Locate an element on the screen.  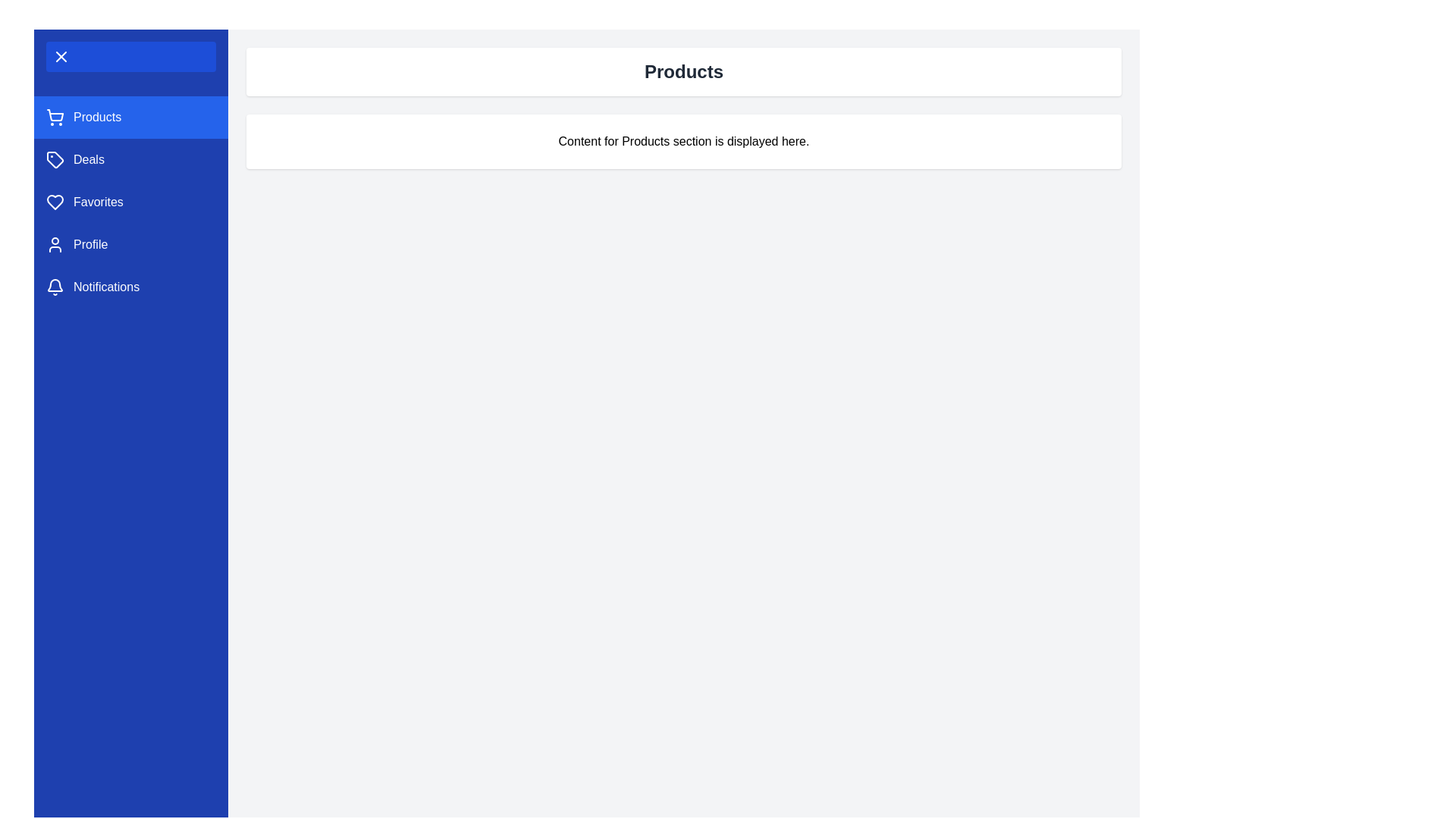
the shopping cart icon located to the left of the 'Products' text in the vertical navigation menu is located at coordinates (55, 116).